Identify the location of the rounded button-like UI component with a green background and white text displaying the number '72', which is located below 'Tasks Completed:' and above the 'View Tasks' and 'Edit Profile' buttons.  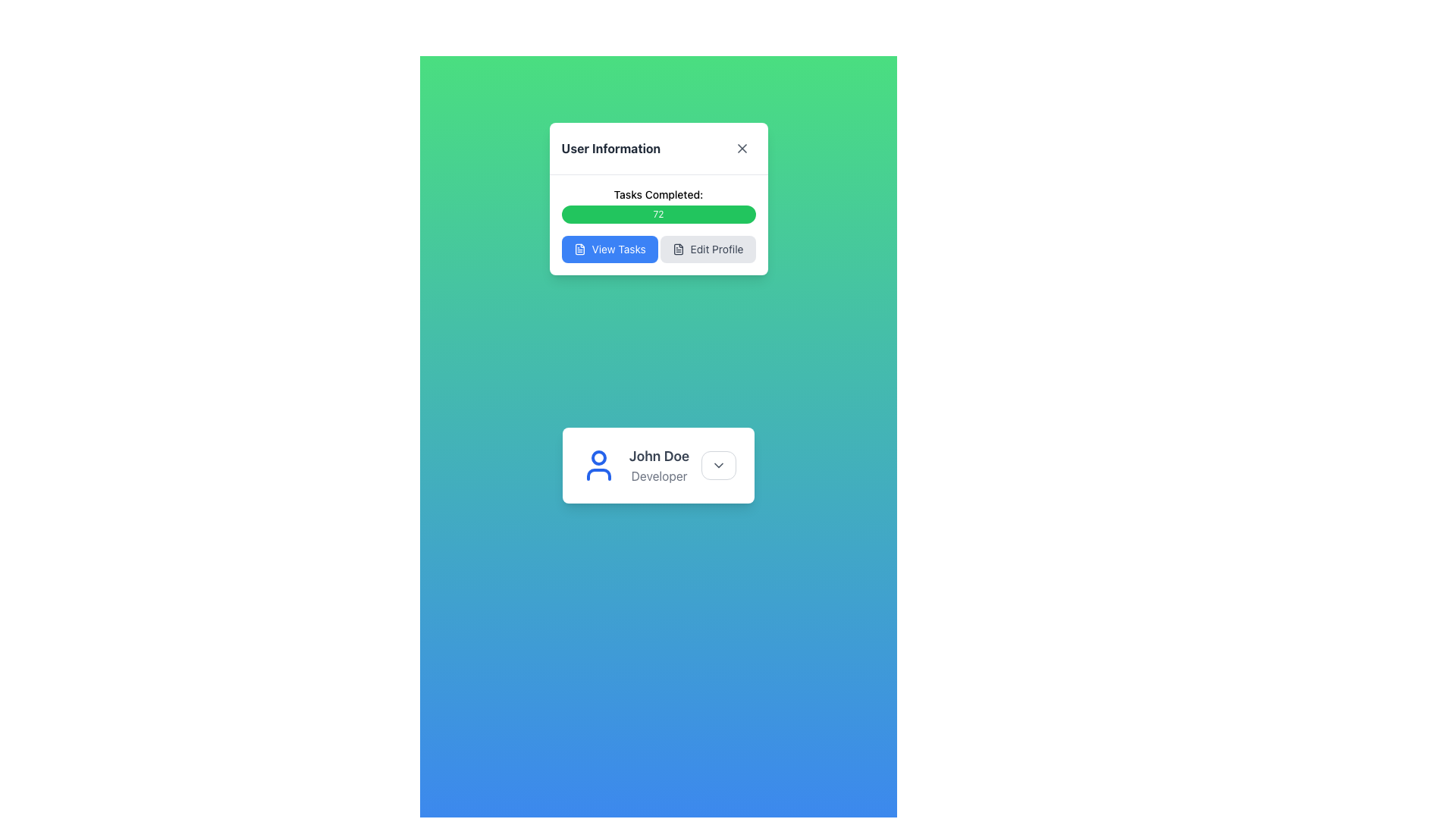
(658, 214).